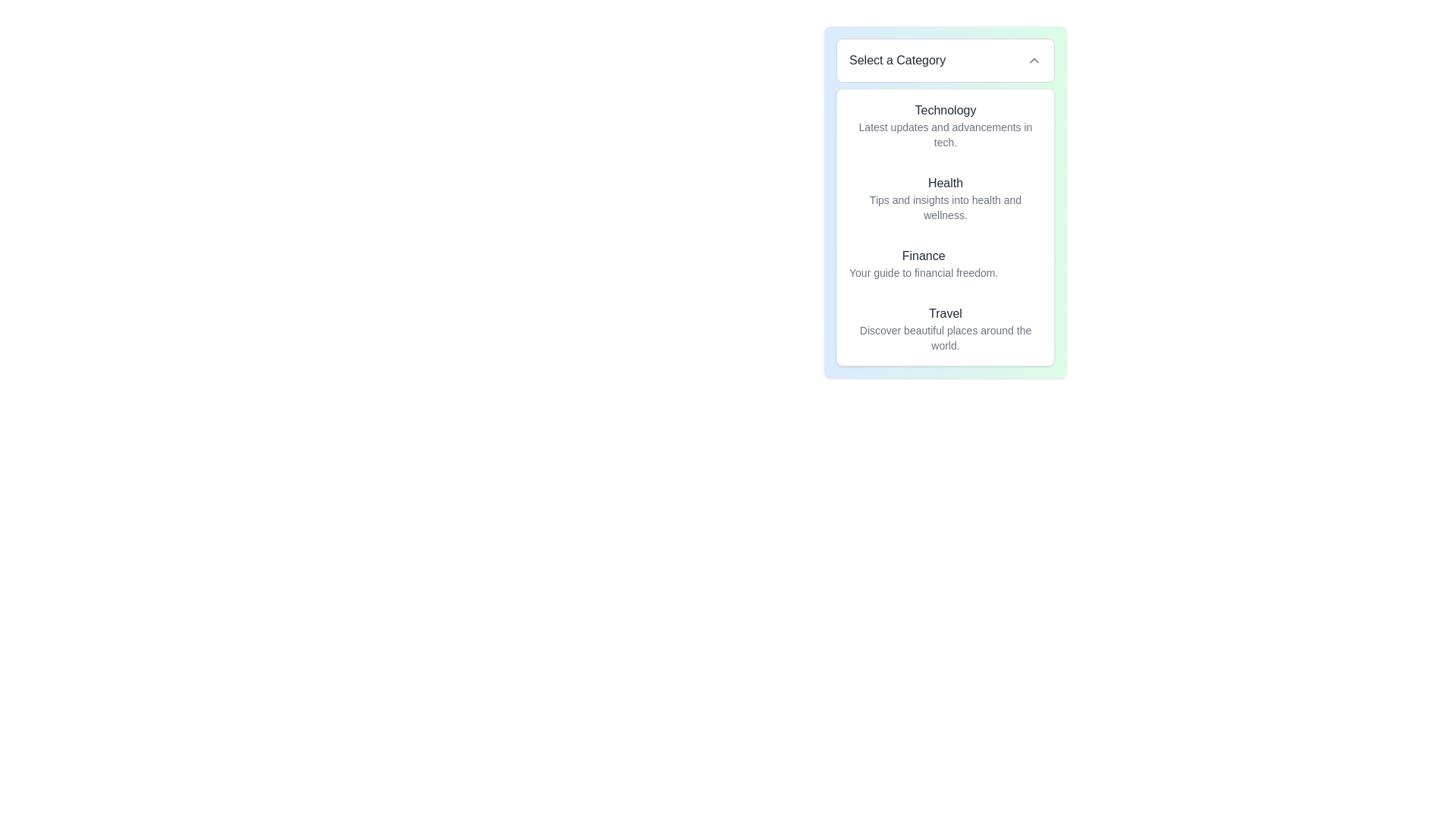  Describe the element at coordinates (945, 198) in the screenshot. I see `the Category selector displaying 'Health' with supporting text 'Tips and insights into health and wellness.'` at that location.